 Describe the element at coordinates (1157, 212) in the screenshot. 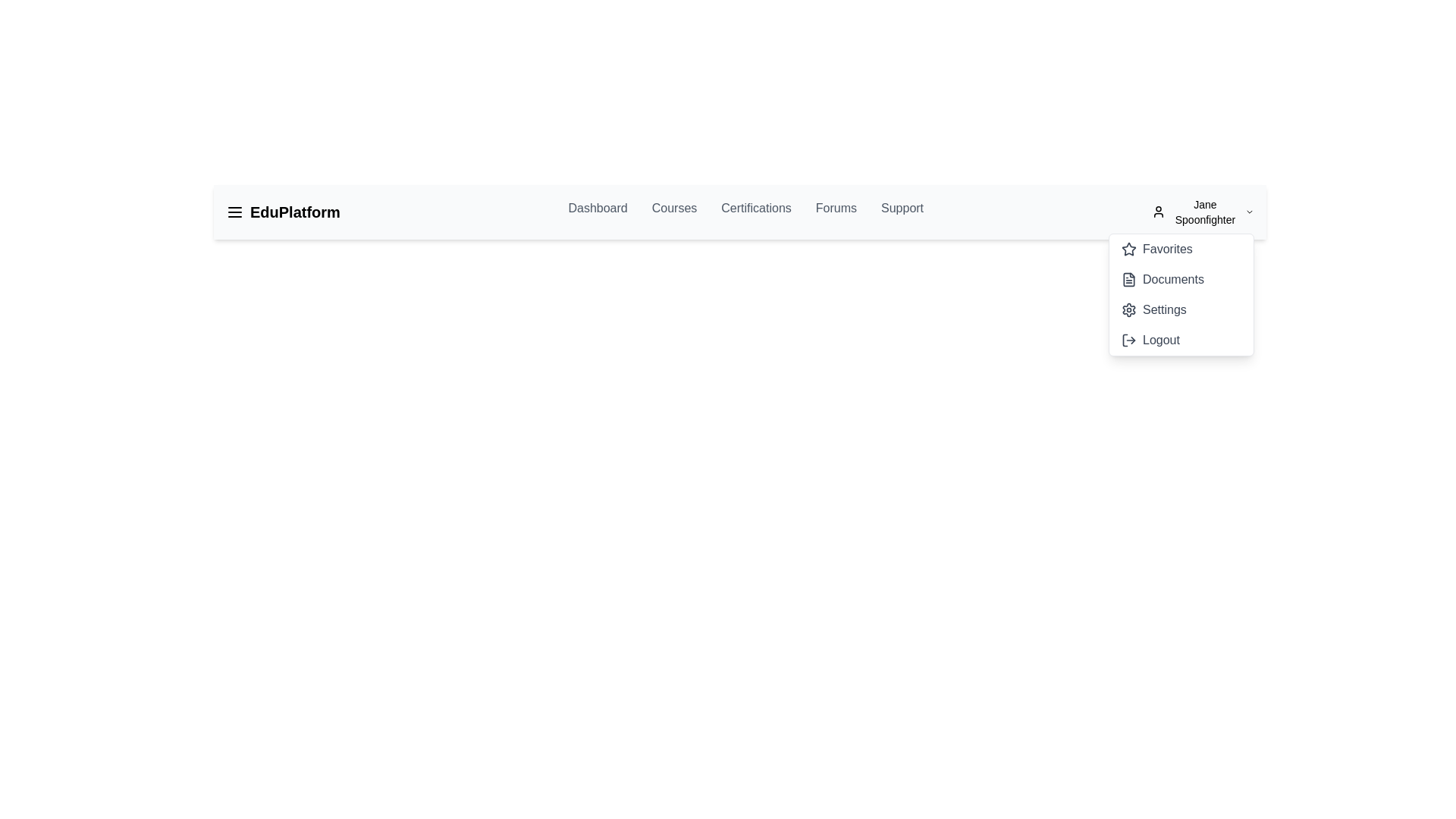

I see `the user profile icon located on the top-right side of the interface, part of the navigation bar, which represents user-related actions such as profile settings or logout options` at that location.